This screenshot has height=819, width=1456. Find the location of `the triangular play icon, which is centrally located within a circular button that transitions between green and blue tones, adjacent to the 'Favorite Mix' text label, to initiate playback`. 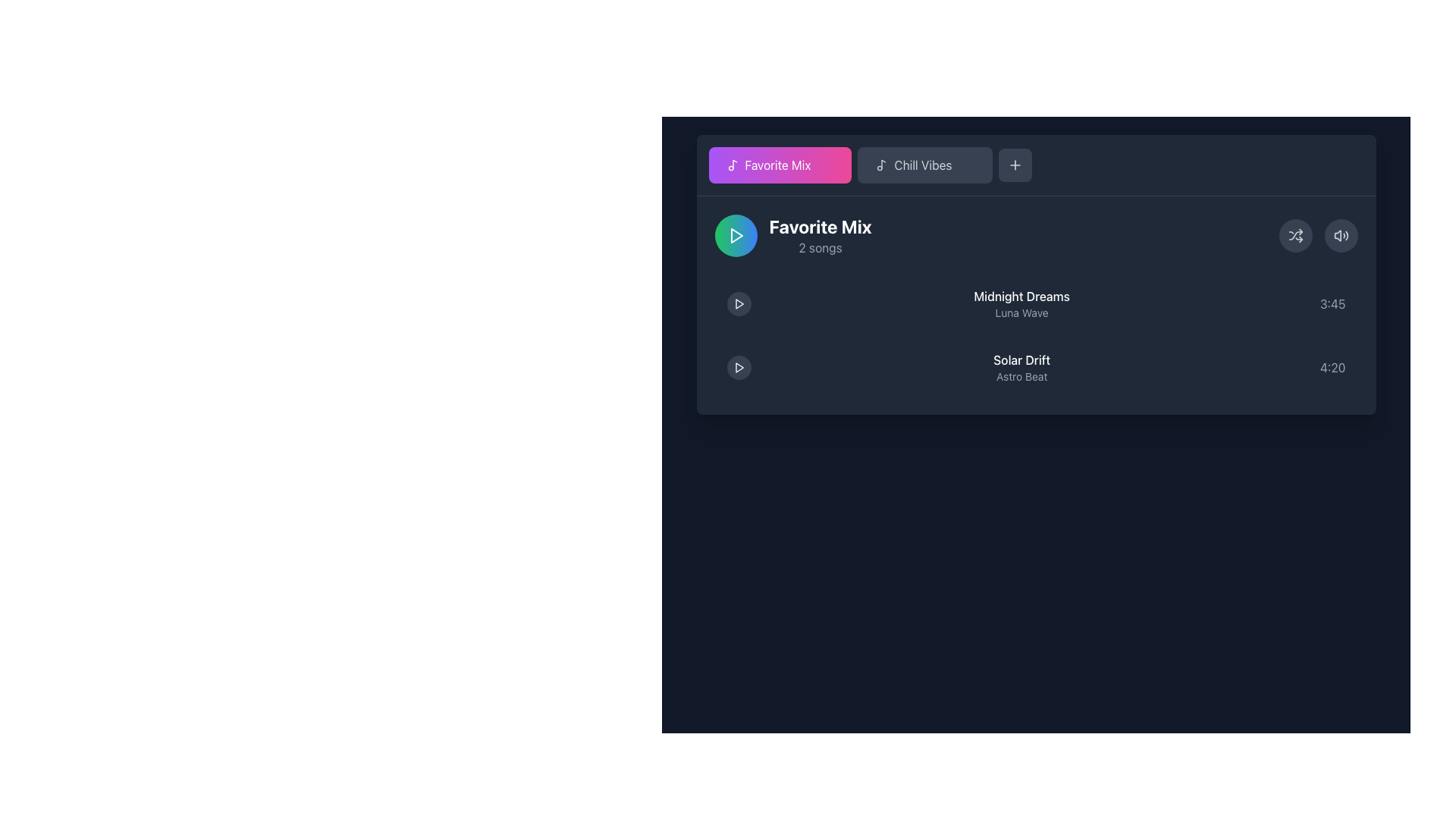

the triangular play icon, which is centrally located within a circular button that transitions between green and blue tones, adjacent to the 'Favorite Mix' text label, to initiate playback is located at coordinates (736, 236).